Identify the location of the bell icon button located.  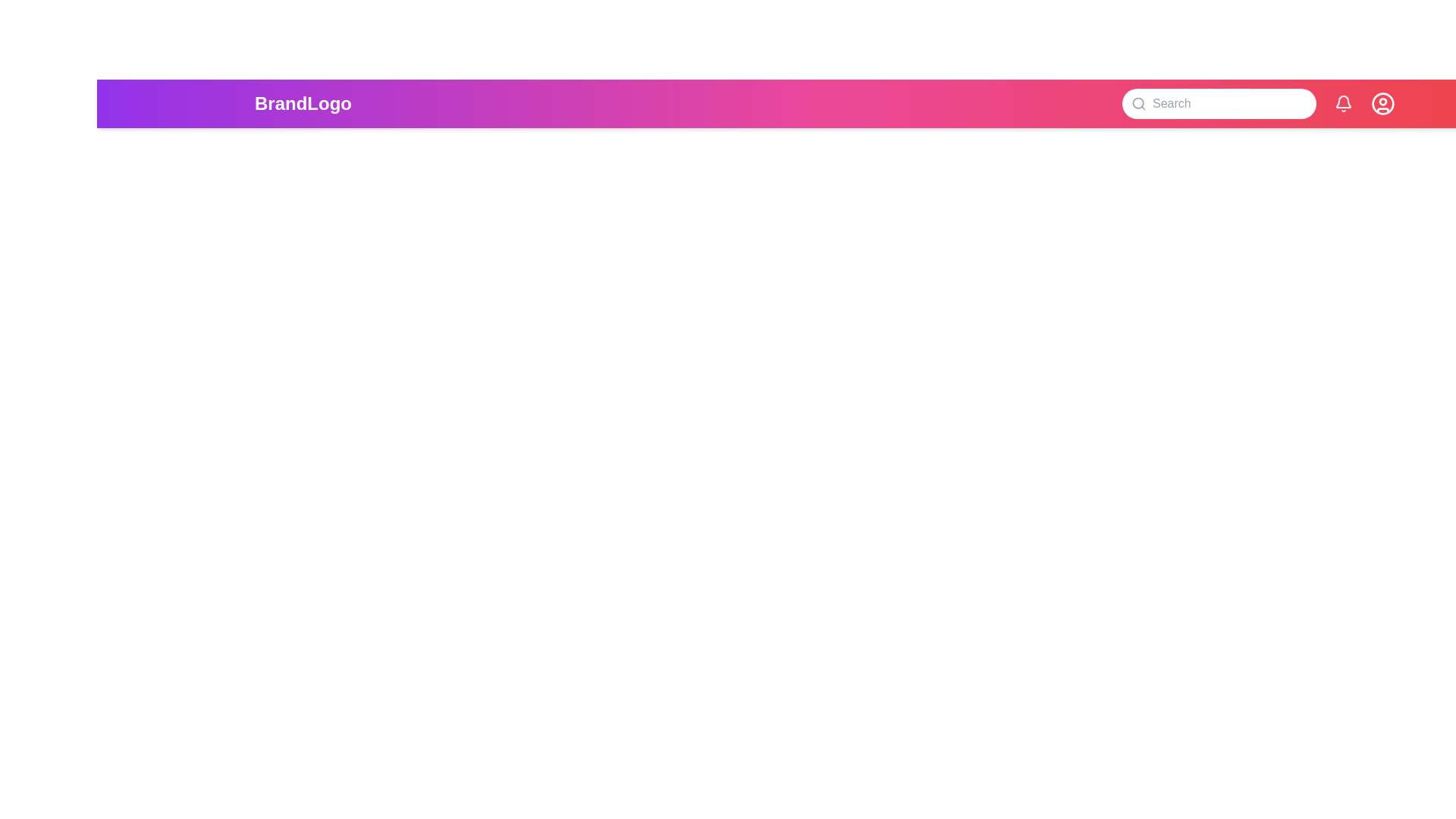
(1343, 103).